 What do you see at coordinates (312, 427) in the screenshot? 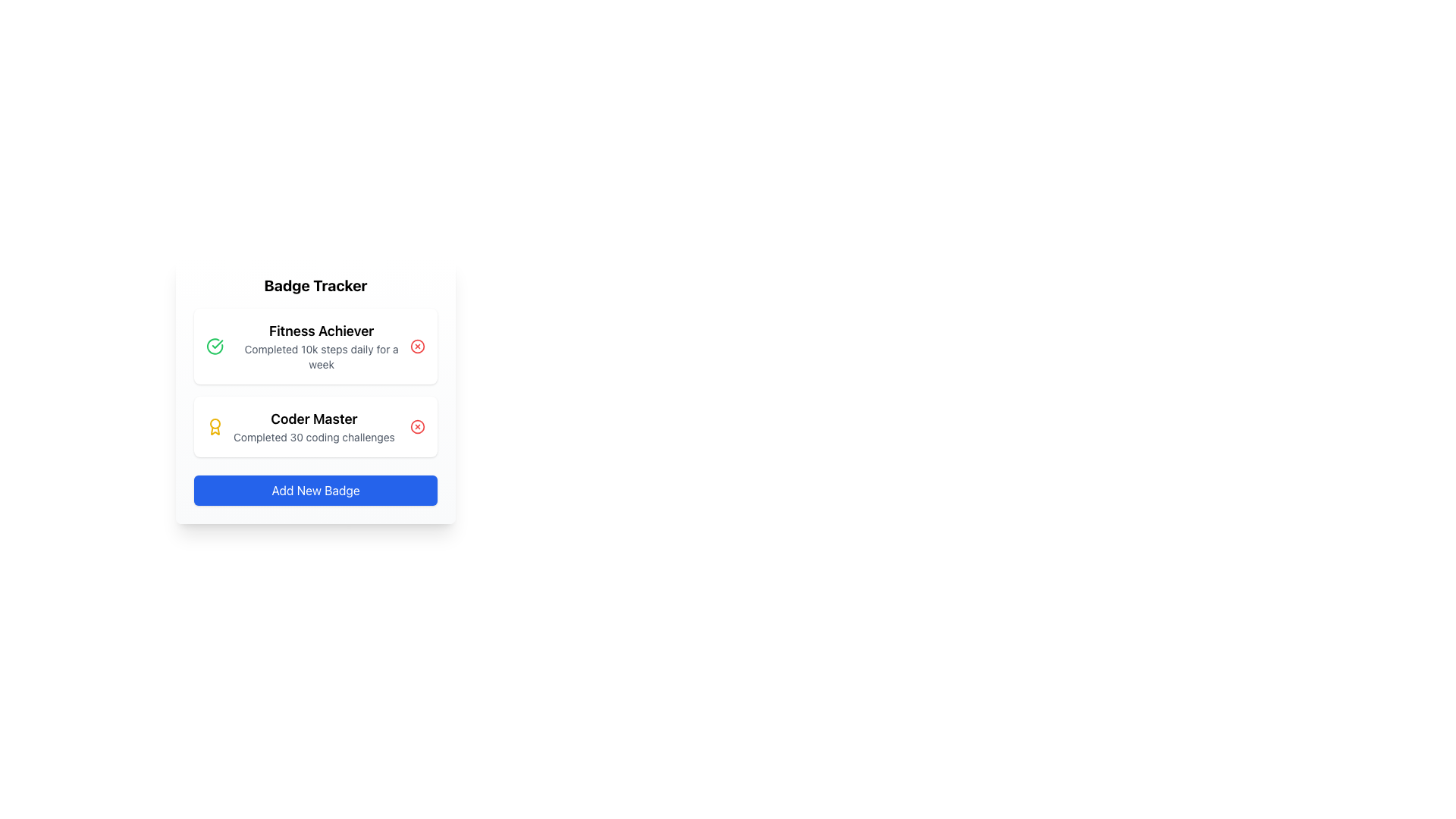
I see `on the Text Display element that shows 'Coder Master' and 'Completed 30 coding challenges'` at bounding box center [312, 427].